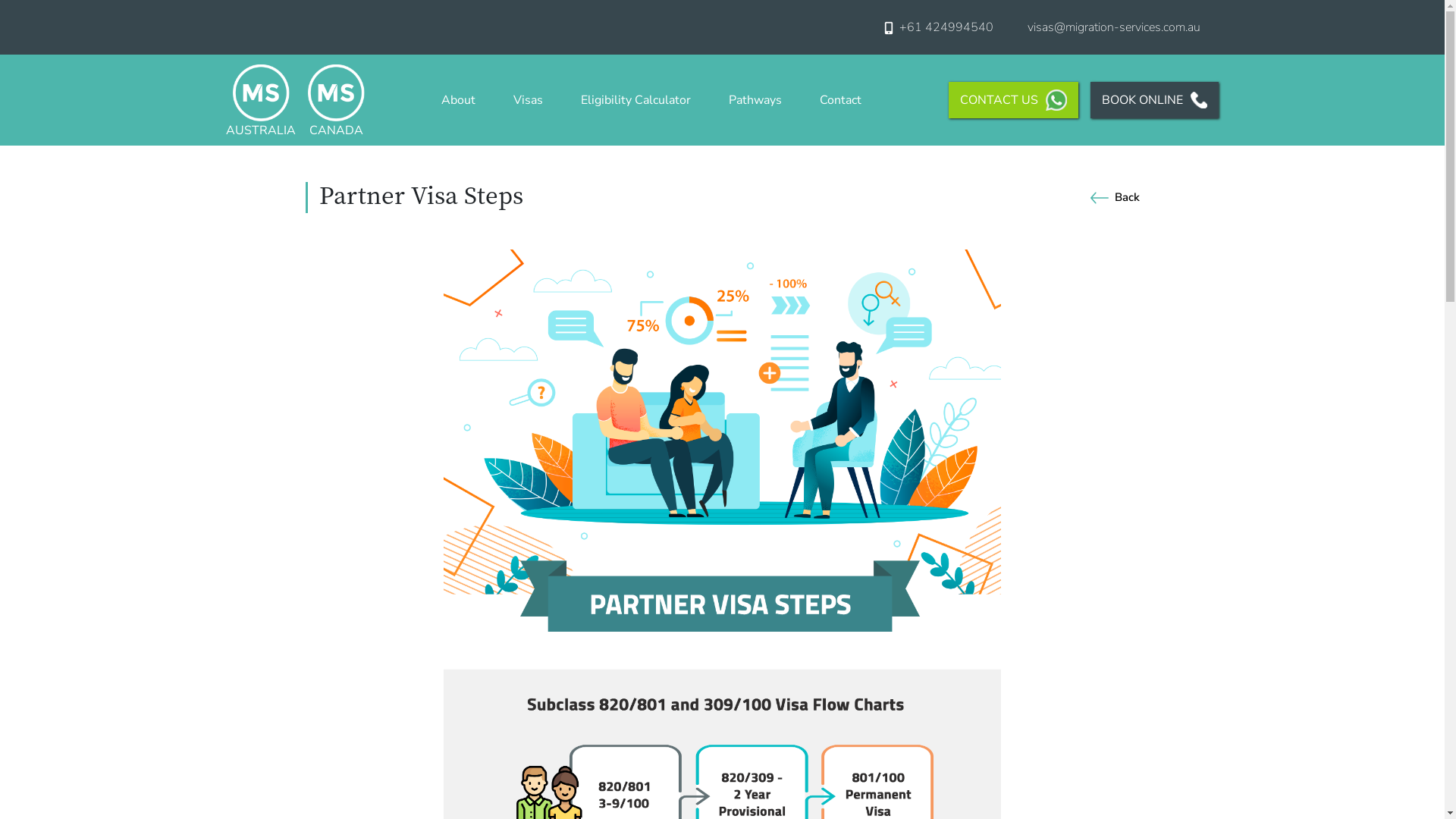 The image size is (1456, 819). I want to click on 'Eligibility Calculator', so click(635, 99).